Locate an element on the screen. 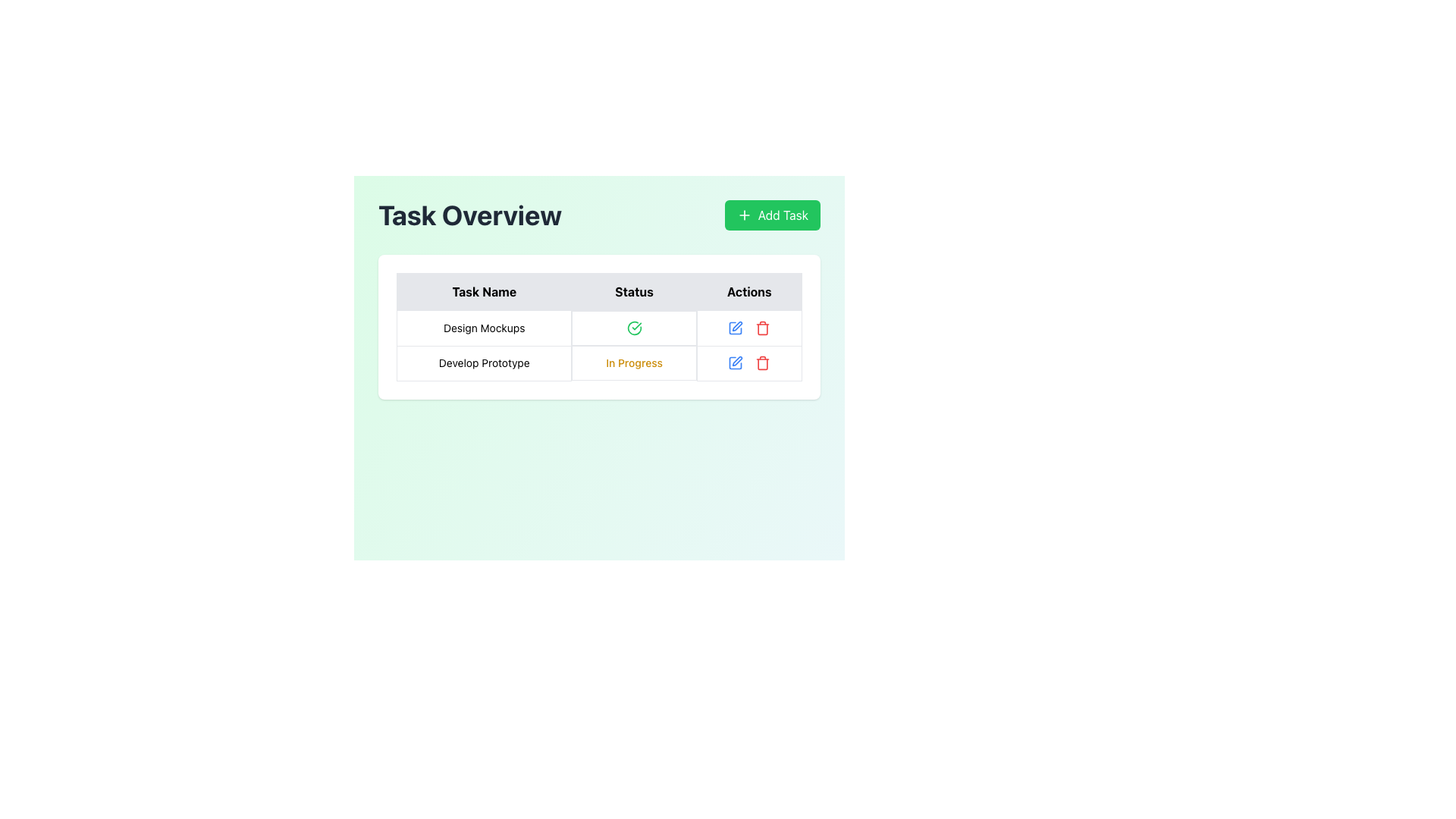 Image resolution: width=1456 pixels, height=819 pixels. the rectangular text element displaying 'Design Mockups' located in the first column under the 'Task Overview' header is located at coordinates (483, 327).